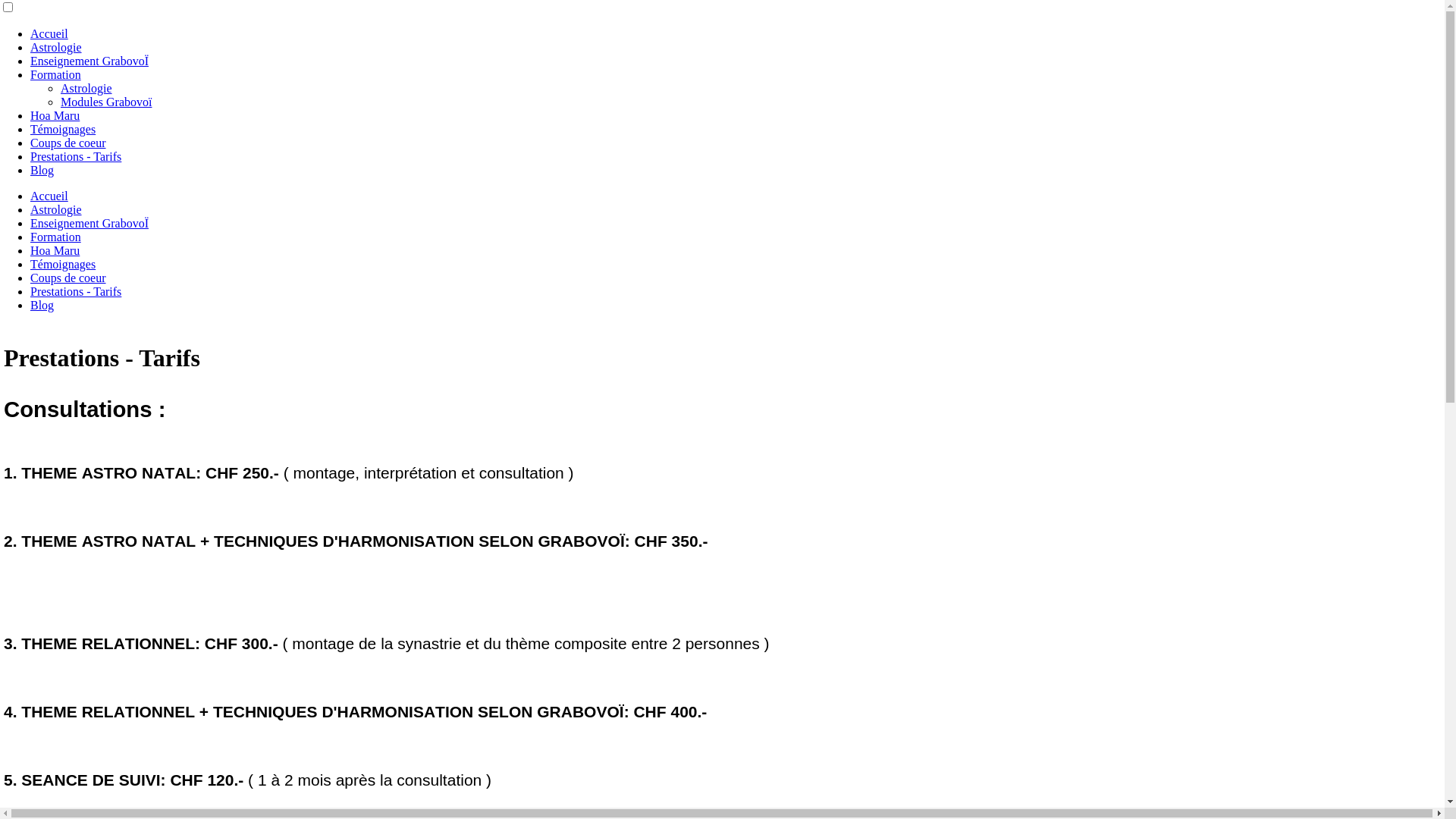 This screenshot has height=819, width=1456. What do you see at coordinates (55, 115) in the screenshot?
I see `'Hoa Maru'` at bounding box center [55, 115].